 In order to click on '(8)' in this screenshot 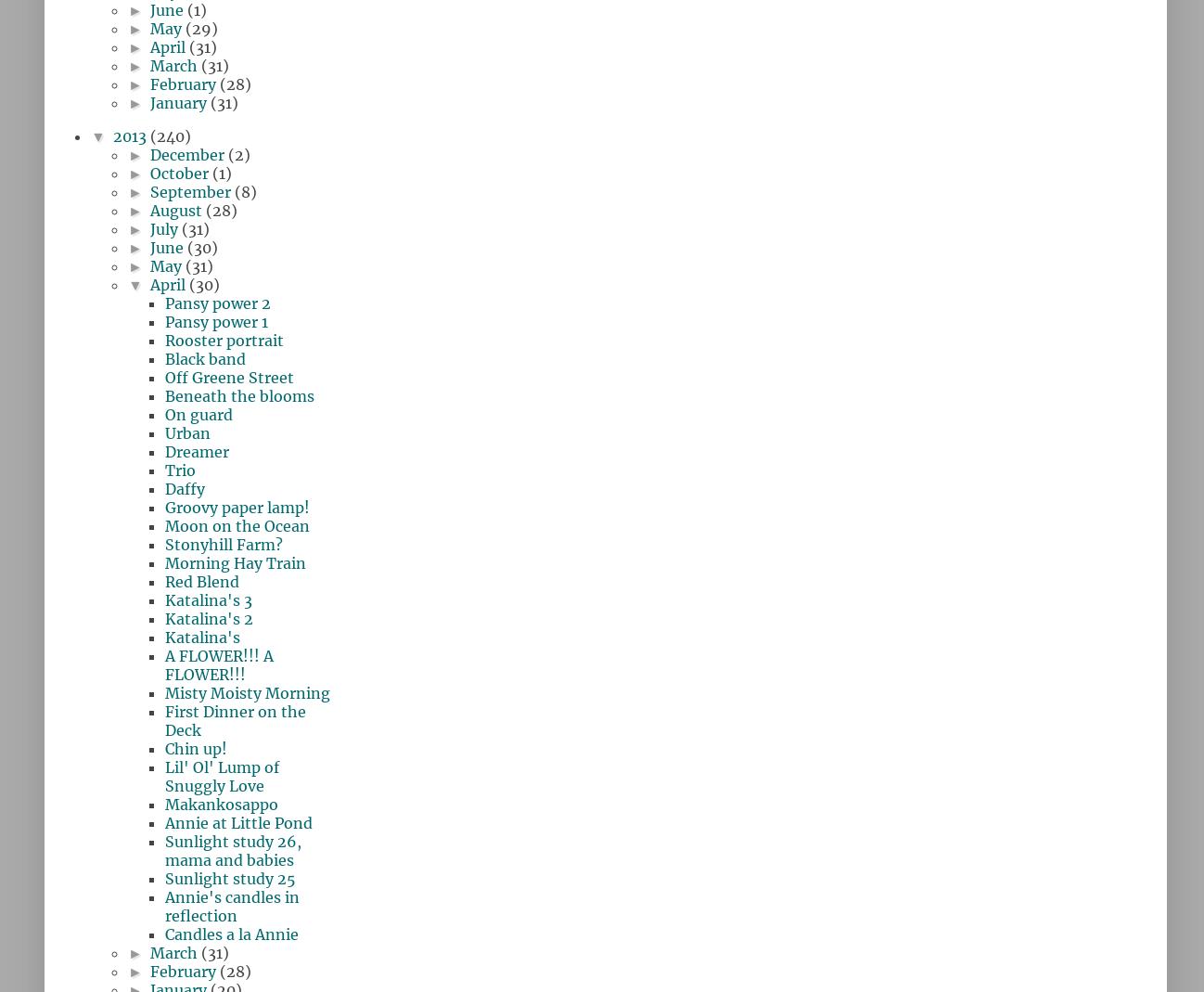, I will do `click(244, 191)`.